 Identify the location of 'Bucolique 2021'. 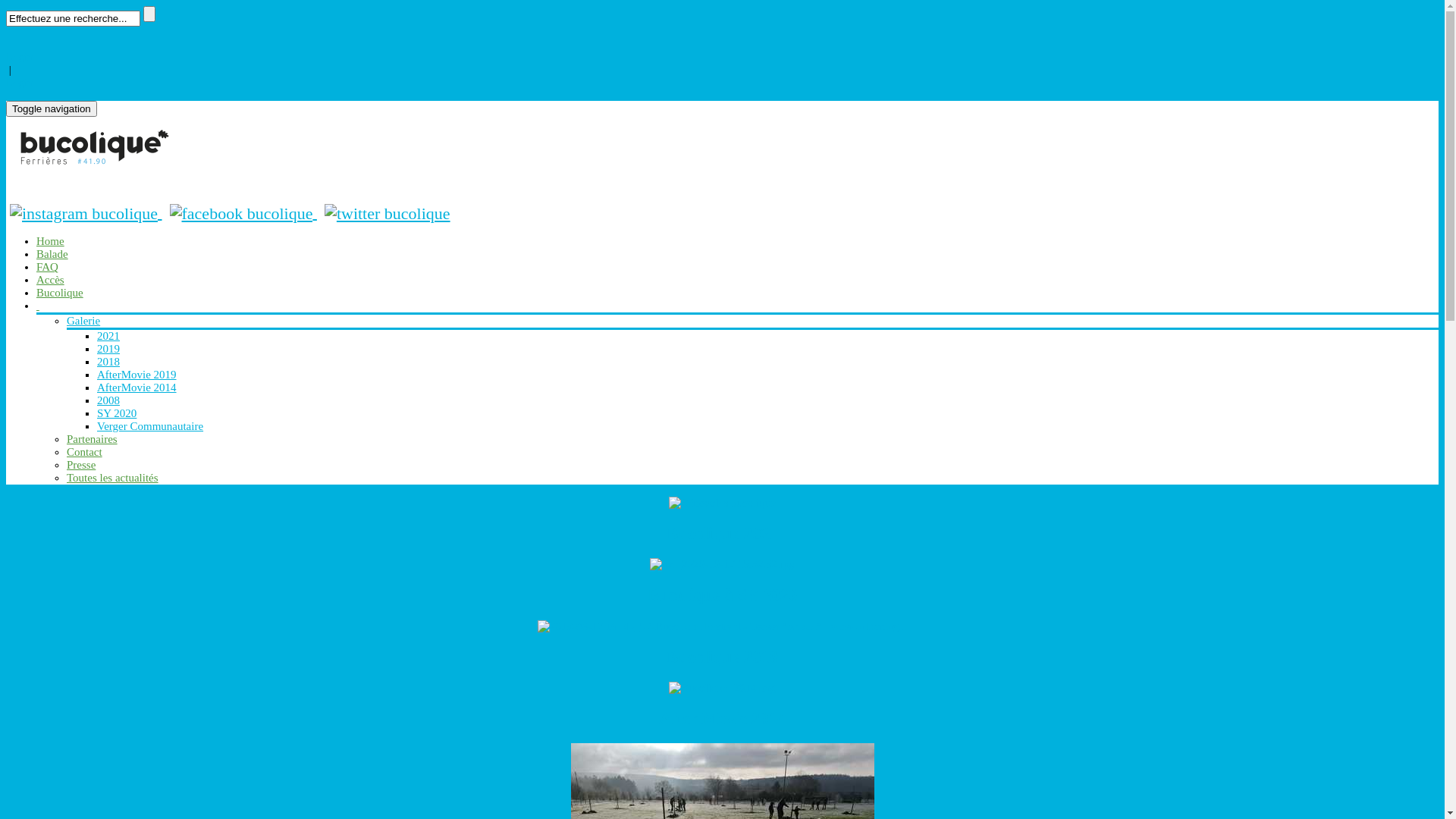
(721, 532).